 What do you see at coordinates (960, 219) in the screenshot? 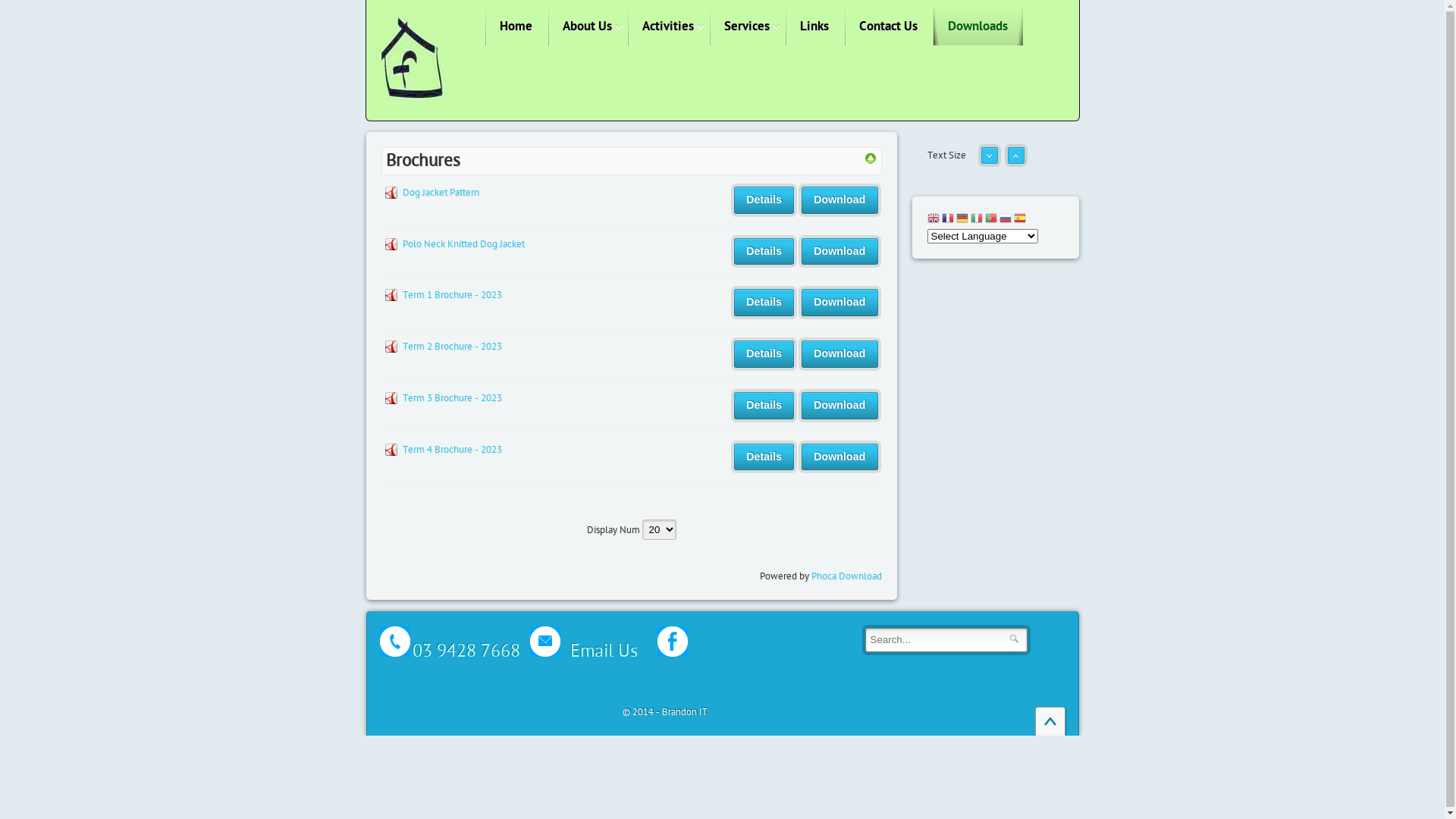
I see `'German'` at bounding box center [960, 219].